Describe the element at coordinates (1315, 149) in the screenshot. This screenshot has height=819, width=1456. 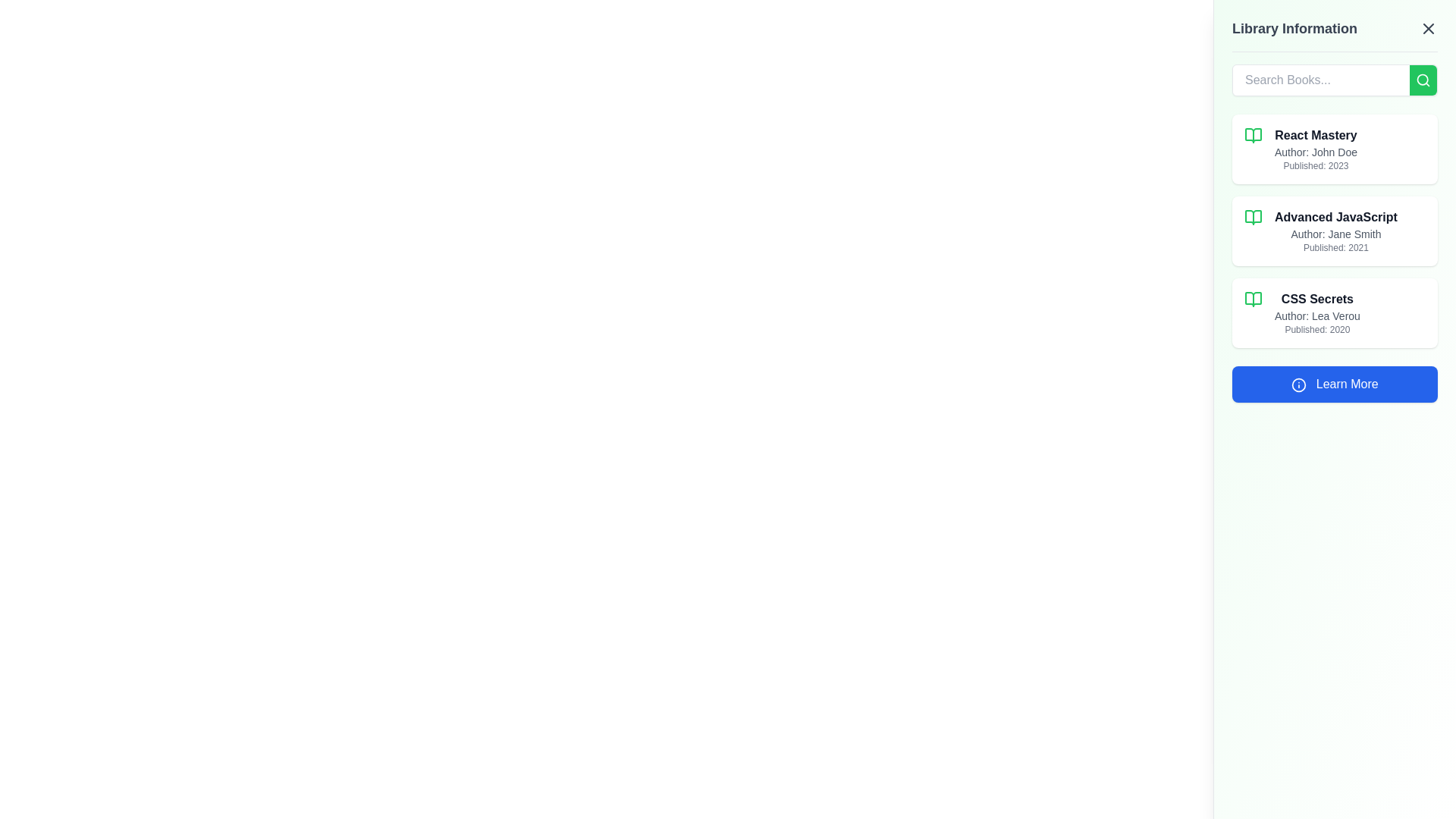
I see `text block containing 'React Mastery', 'Author: John Doe', and 'Published: 2023' which is centrally aligned within the Library Information panel, located beneath the search bar` at that location.